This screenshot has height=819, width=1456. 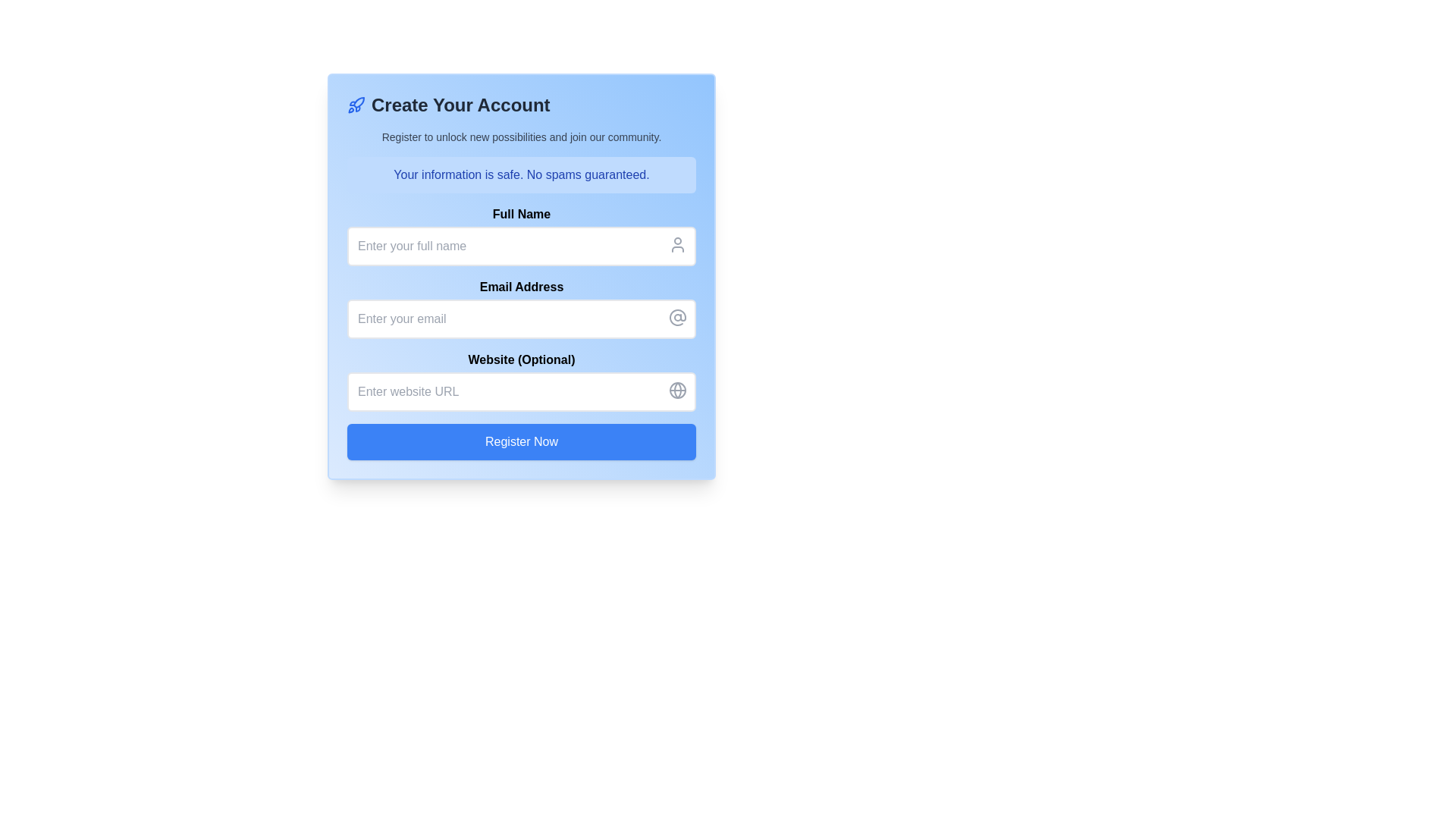 What do you see at coordinates (521, 287) in the screenshot?
I see `the Text Label that informs users about the purpose of the input field for entering an email address, located between the 'Full Name' label and the email input field` at bounding box center [521, 287].